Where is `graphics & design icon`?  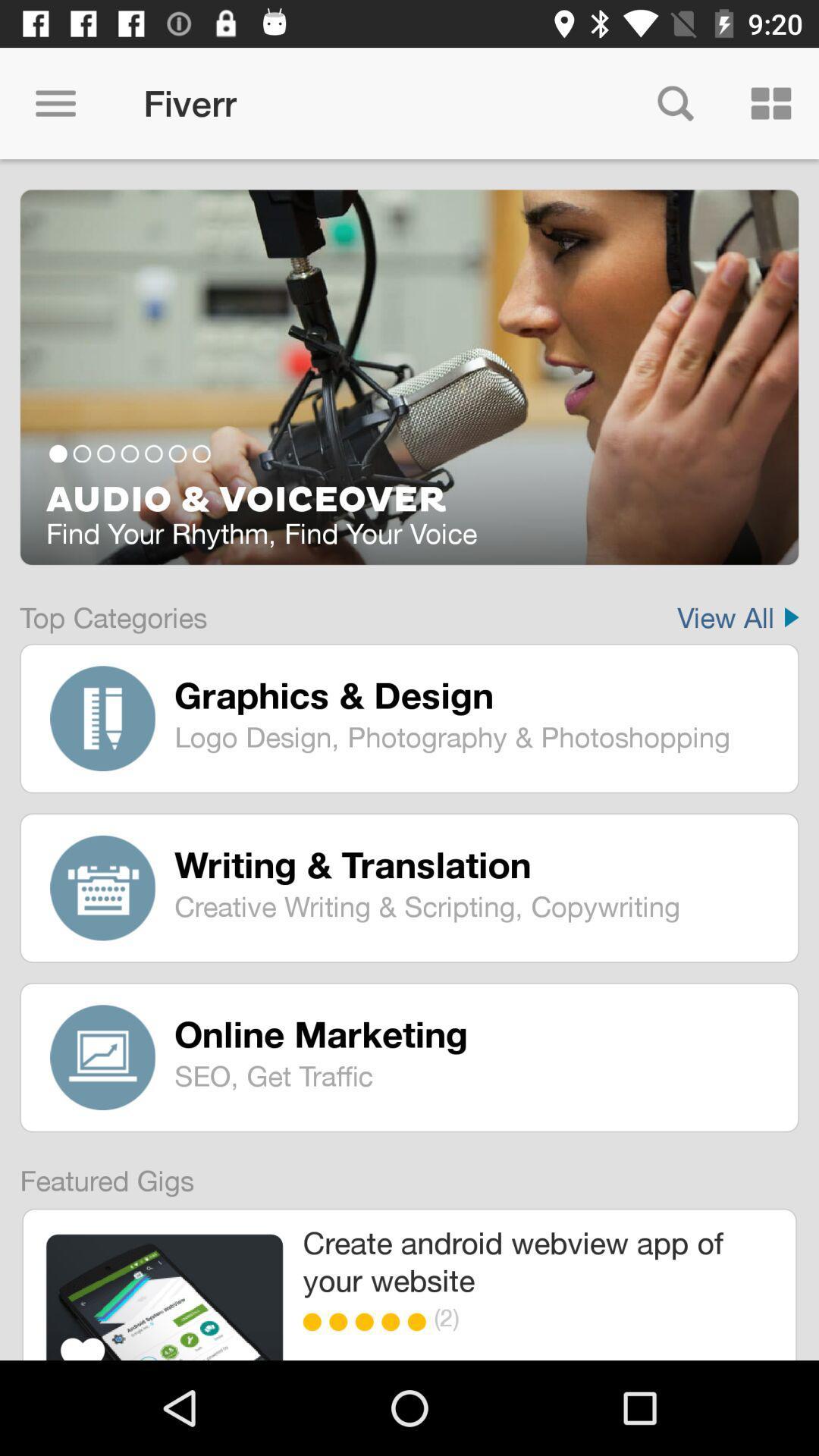 graphics & design icon is located at coordinates (475, 694).